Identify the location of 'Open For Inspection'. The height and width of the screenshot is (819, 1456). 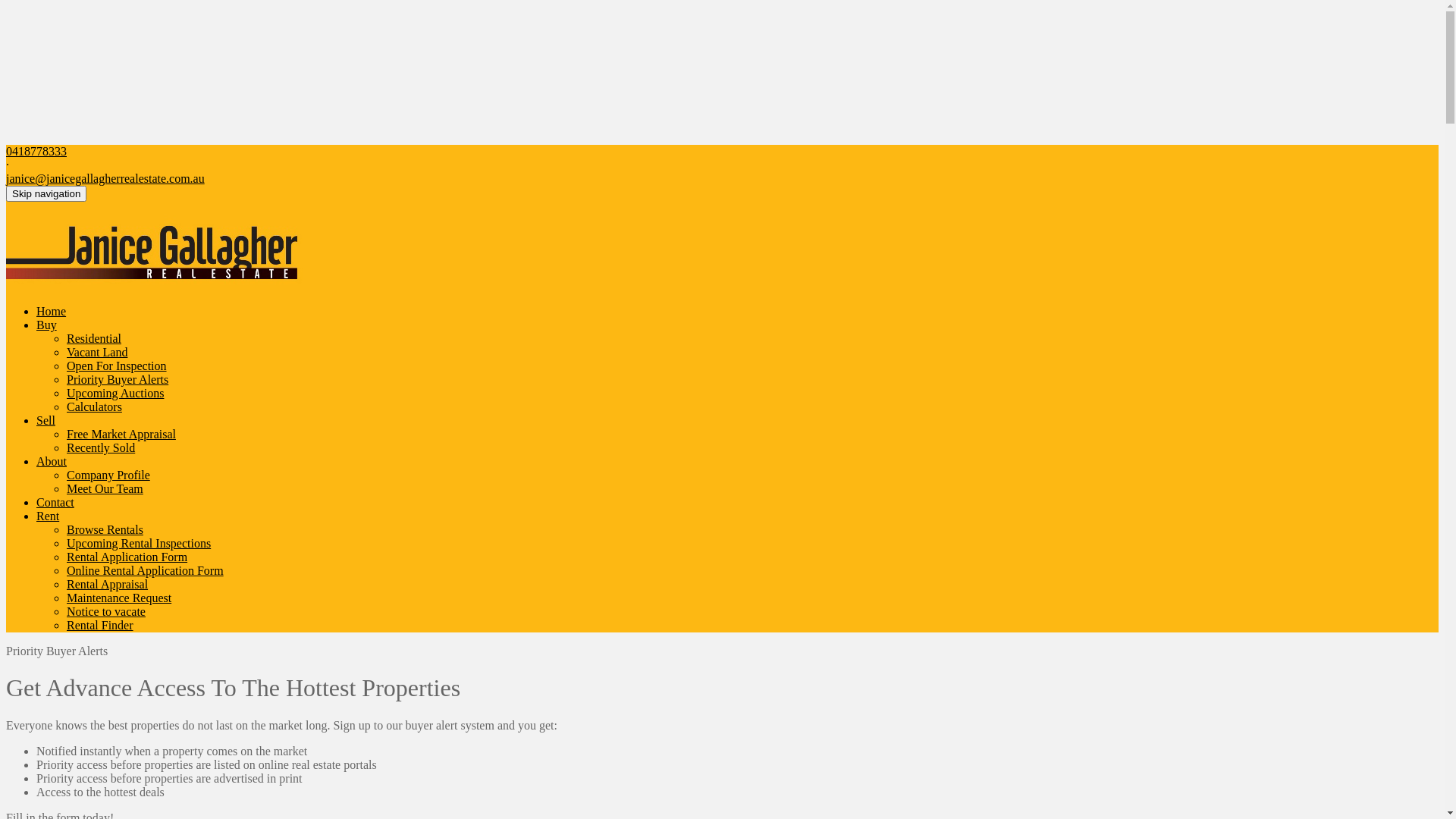
(115, 366).